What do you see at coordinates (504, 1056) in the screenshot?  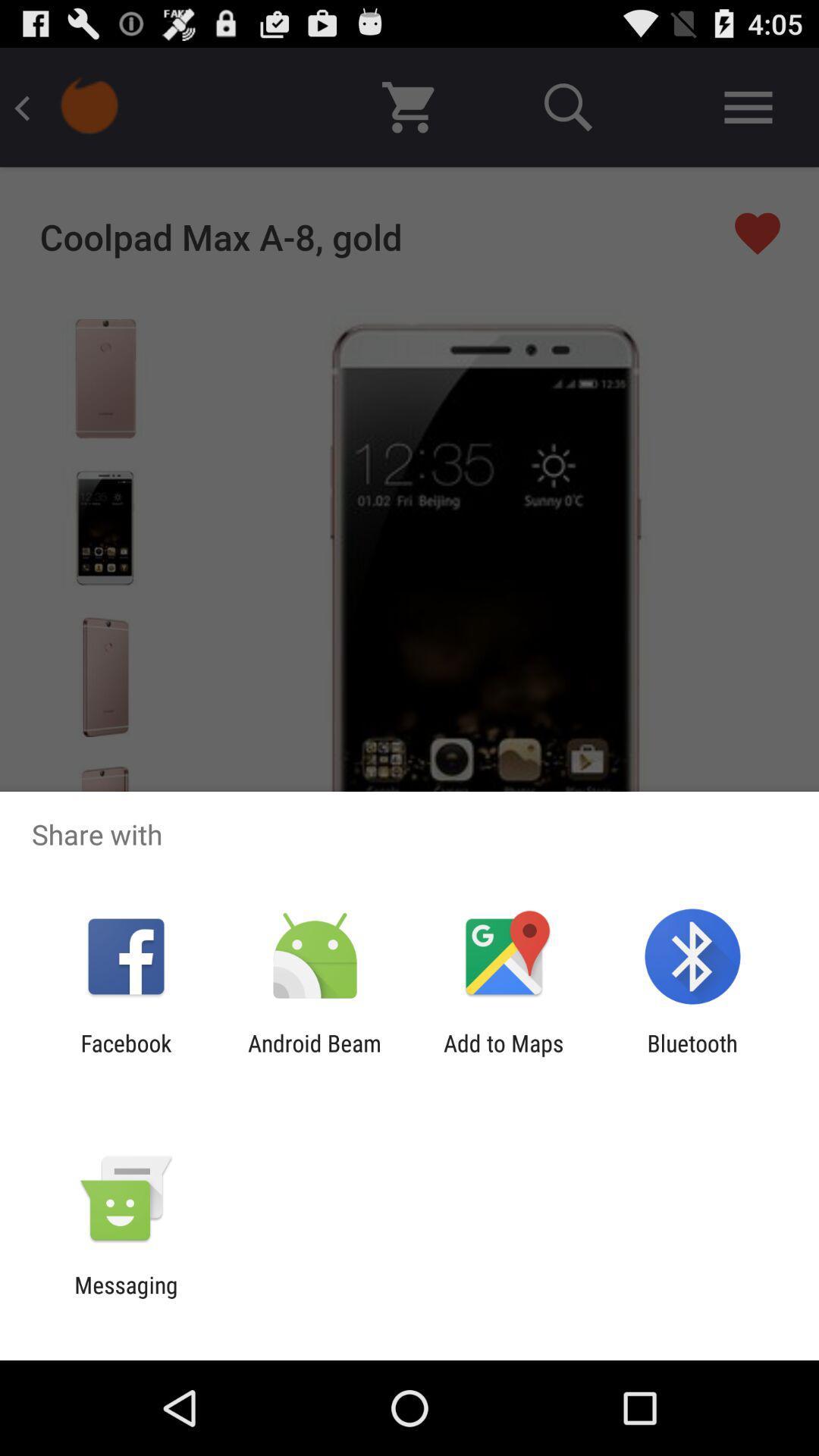 I see `the app next to the android beam app` at bounding box center [504, 1056].